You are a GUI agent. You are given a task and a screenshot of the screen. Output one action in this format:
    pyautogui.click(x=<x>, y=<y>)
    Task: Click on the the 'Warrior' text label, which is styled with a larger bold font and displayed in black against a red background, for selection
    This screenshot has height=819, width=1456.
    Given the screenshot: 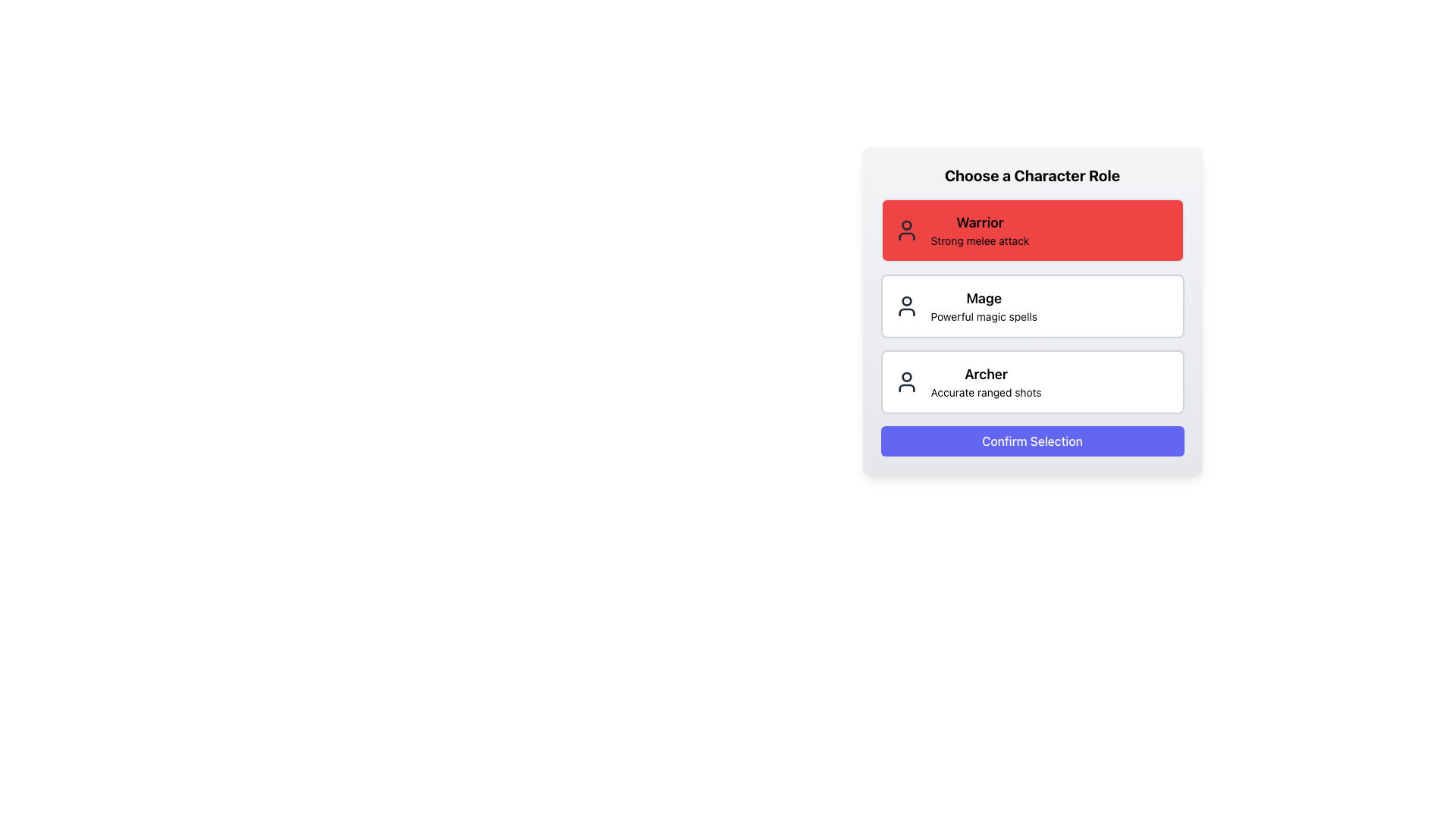 What is the action you would take?
    pyautogui.click(x=979, y=222)
    